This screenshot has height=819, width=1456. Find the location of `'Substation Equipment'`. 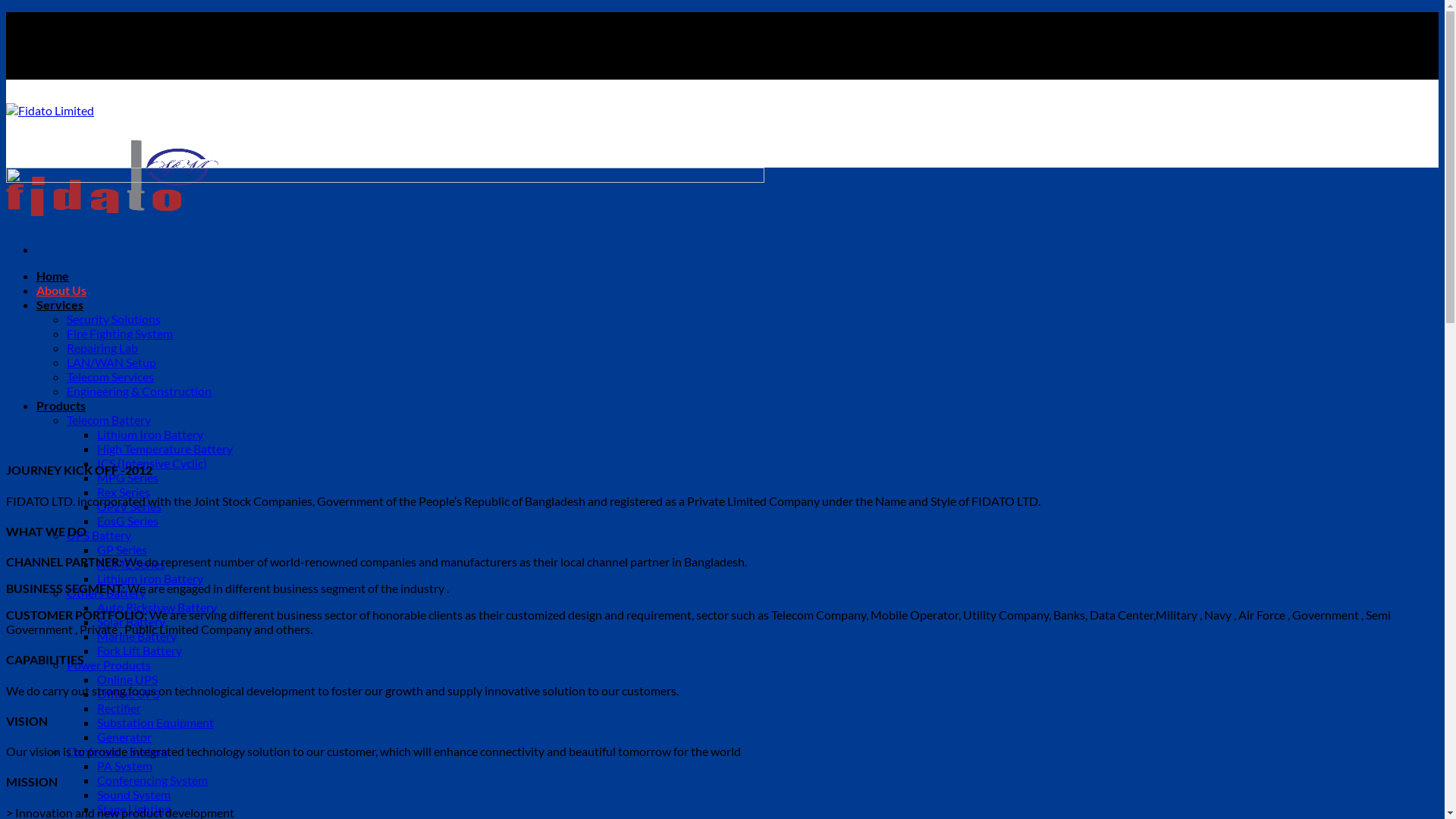

'Substation Equipment' is located at coordinates (155, 721).